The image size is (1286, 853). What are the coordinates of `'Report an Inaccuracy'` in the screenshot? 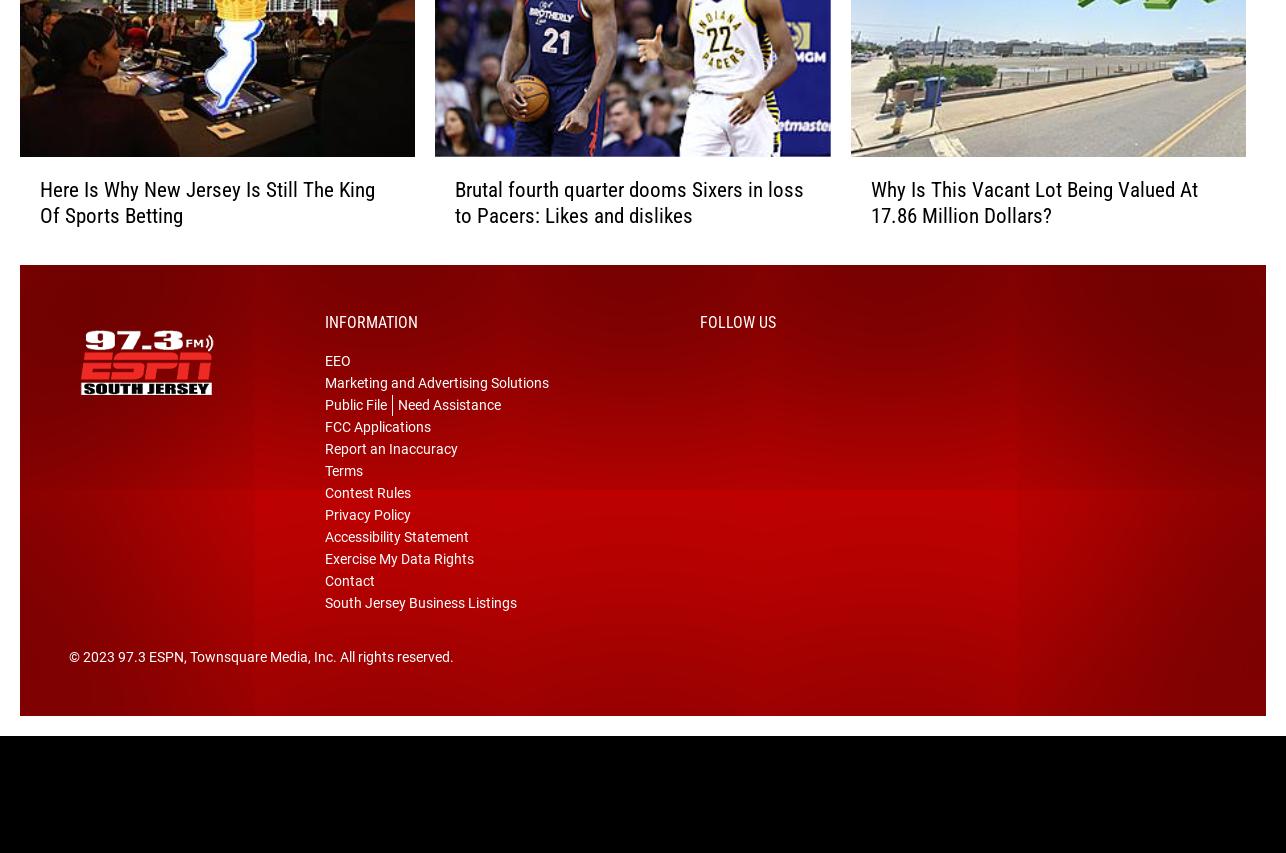 It's located at (390, 478).